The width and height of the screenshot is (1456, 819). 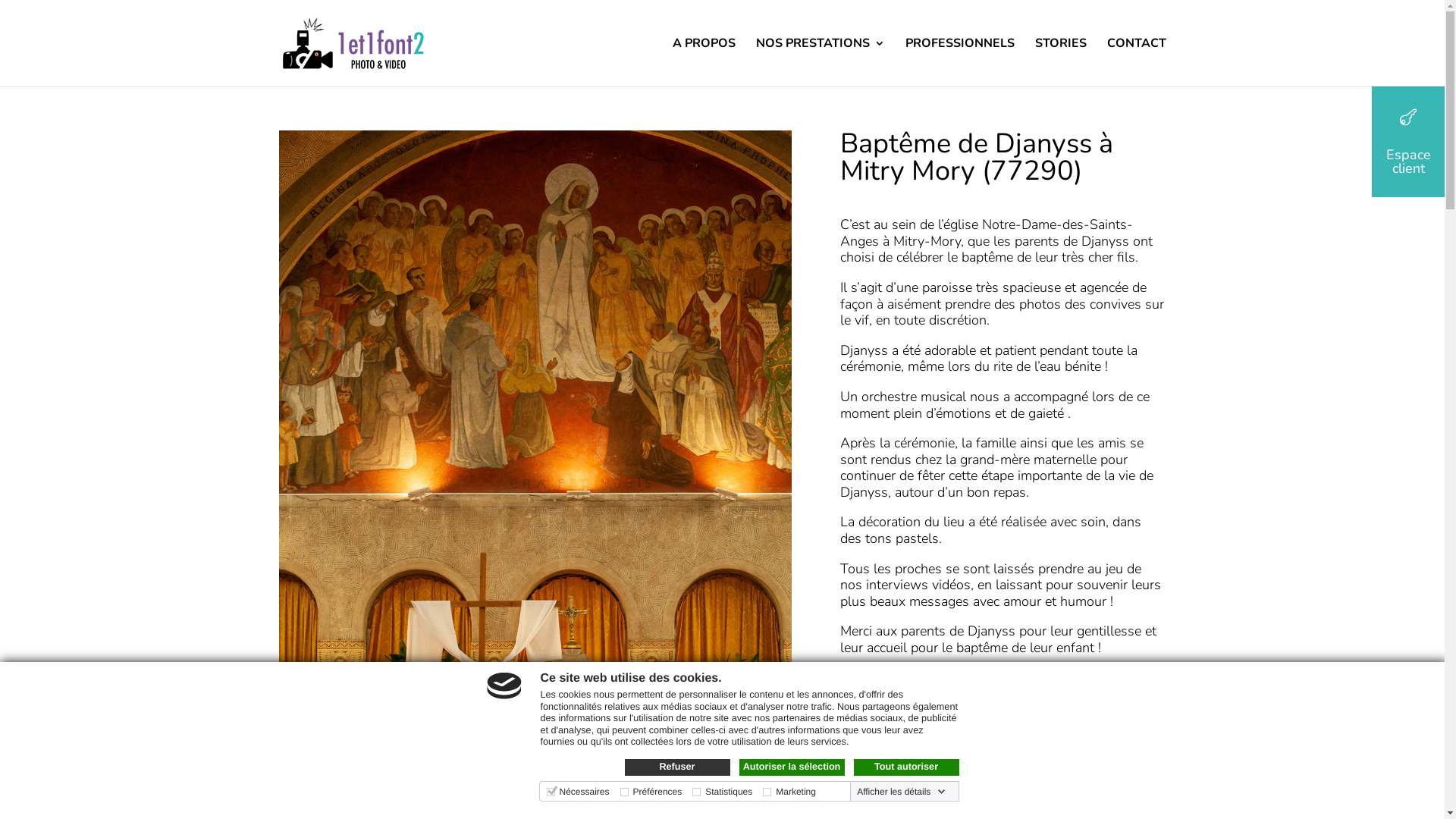 I want to click on 'Tout autoriser', so click(x=906, y=767).